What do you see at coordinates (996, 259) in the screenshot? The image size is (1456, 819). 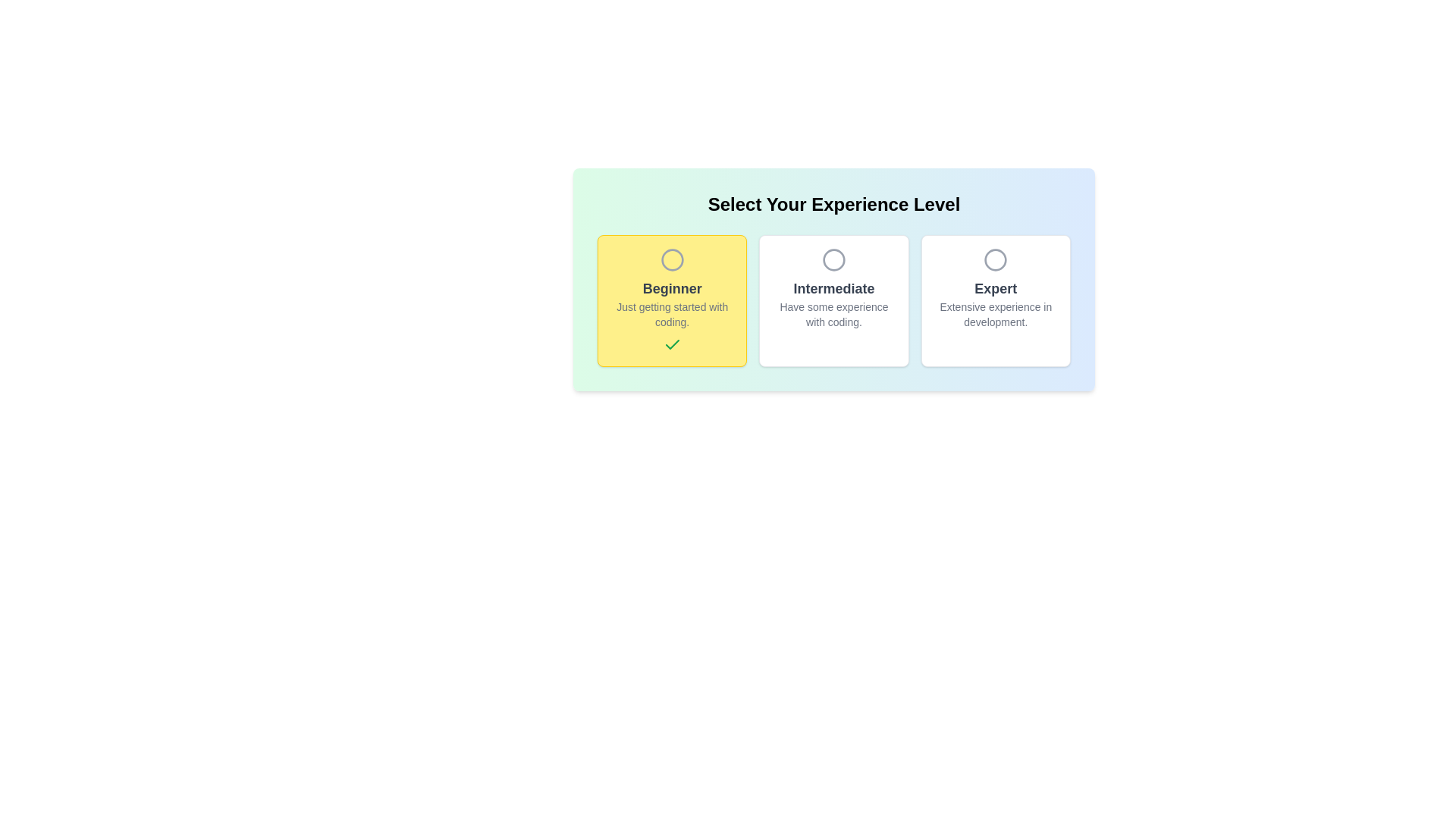 I see `the Circle graphic that indicates the selection of the 'Expert' experience level, located in the rightmost card under 'Select Your Experience Level'` at bounding box center [996, 259].